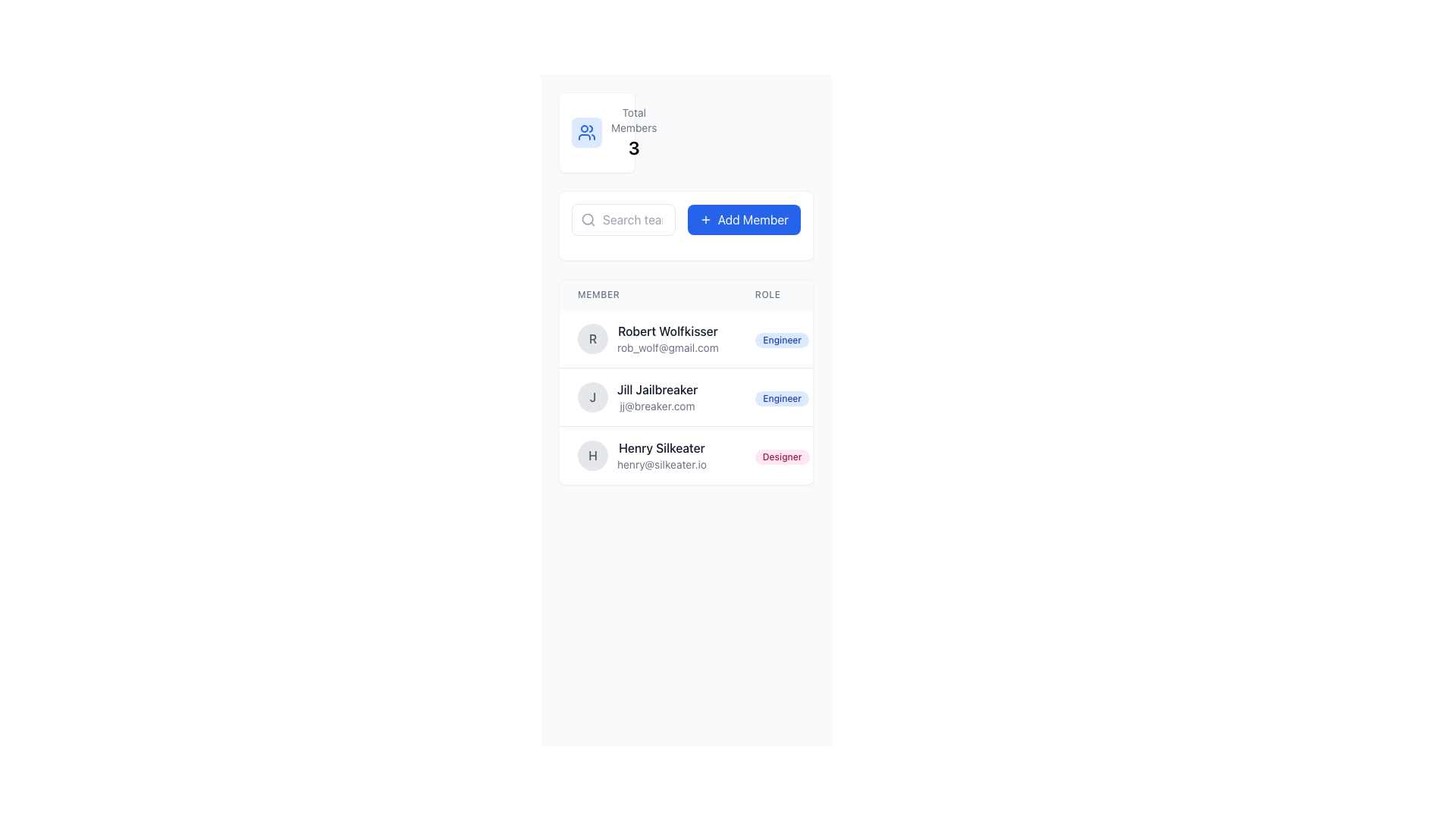  I want to click on the text label styled with a pink background and the text 'Designer' in the ROLE column of the third row in the member list, adjacent to Henry Silkeater's name and email, so click(782, 456).